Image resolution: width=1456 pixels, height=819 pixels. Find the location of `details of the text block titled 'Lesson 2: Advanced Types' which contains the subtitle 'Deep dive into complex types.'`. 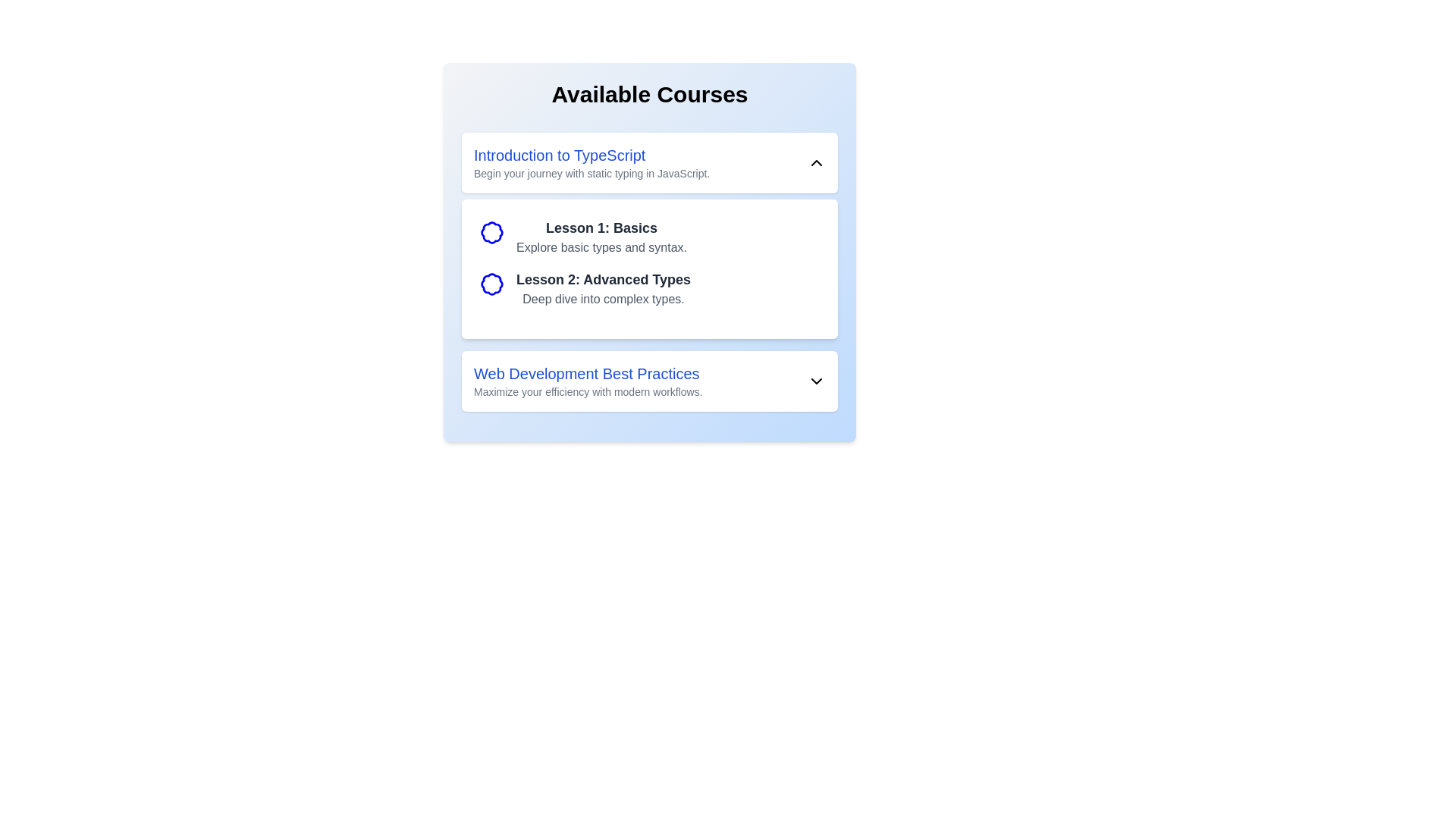

details of the text block titled 'Lesson 2: Advanced Types' which contains the subtitle 'Deep dive into complex types.' is located at coordinates (603, 289).